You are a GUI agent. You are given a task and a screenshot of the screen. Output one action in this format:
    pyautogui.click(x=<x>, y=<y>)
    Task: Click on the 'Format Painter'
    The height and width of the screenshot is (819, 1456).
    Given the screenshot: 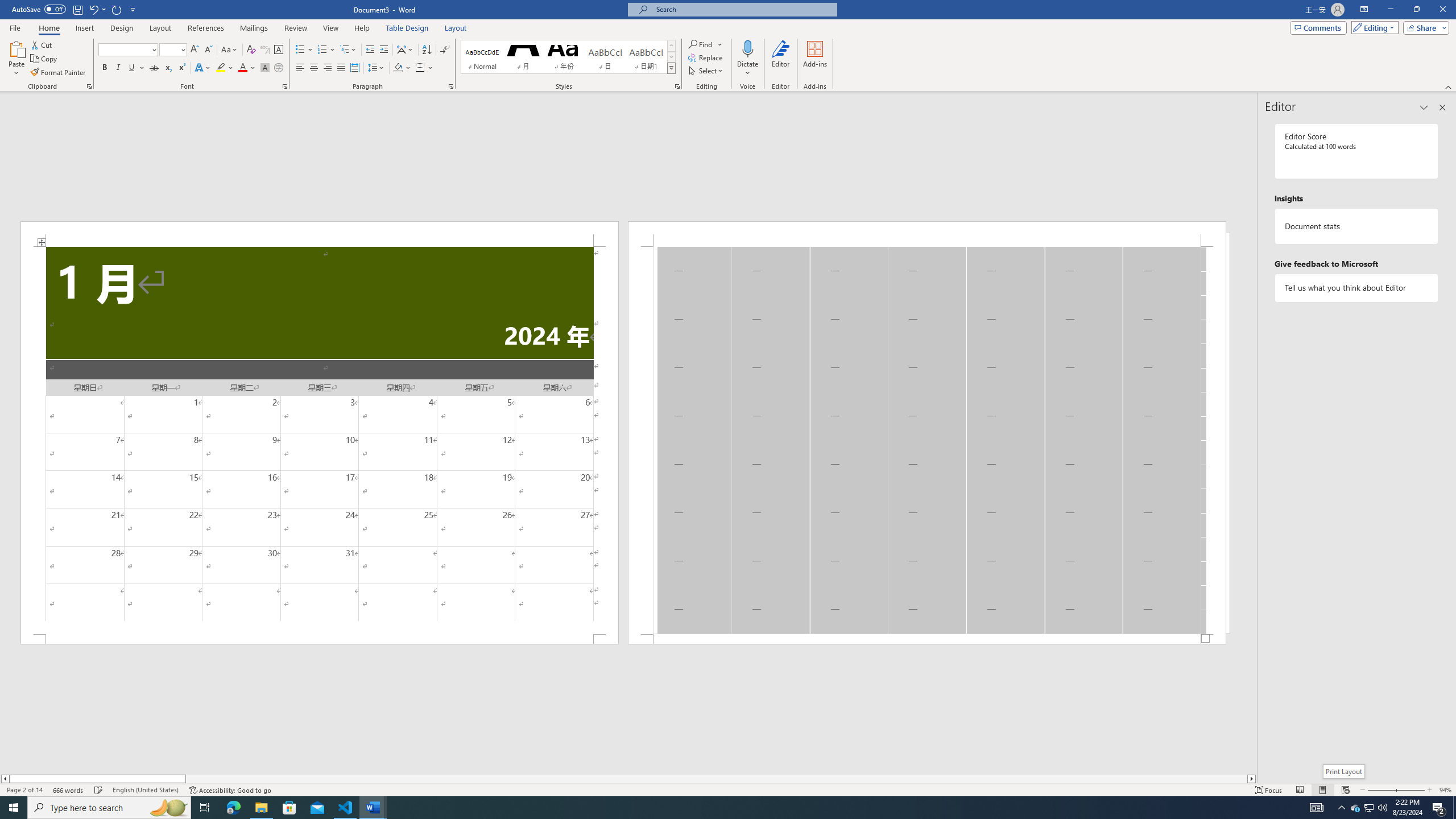 What is the action you would take?
    pyautogui.click(x=58, y=72)
    